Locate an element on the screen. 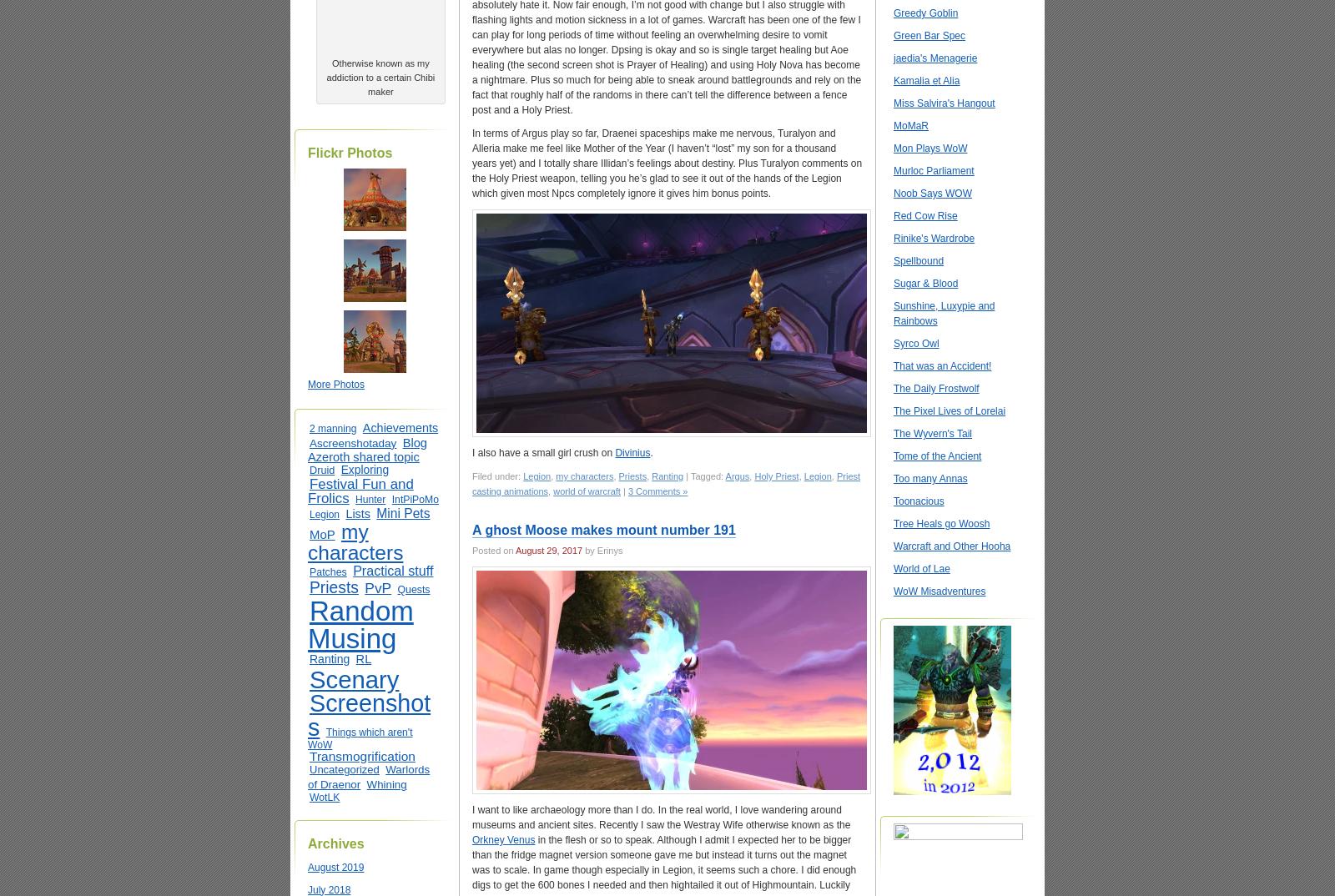 The height and width of the screenshot is (896, 1335). 'Syrco Owl' is located at coordinates (916, 343).